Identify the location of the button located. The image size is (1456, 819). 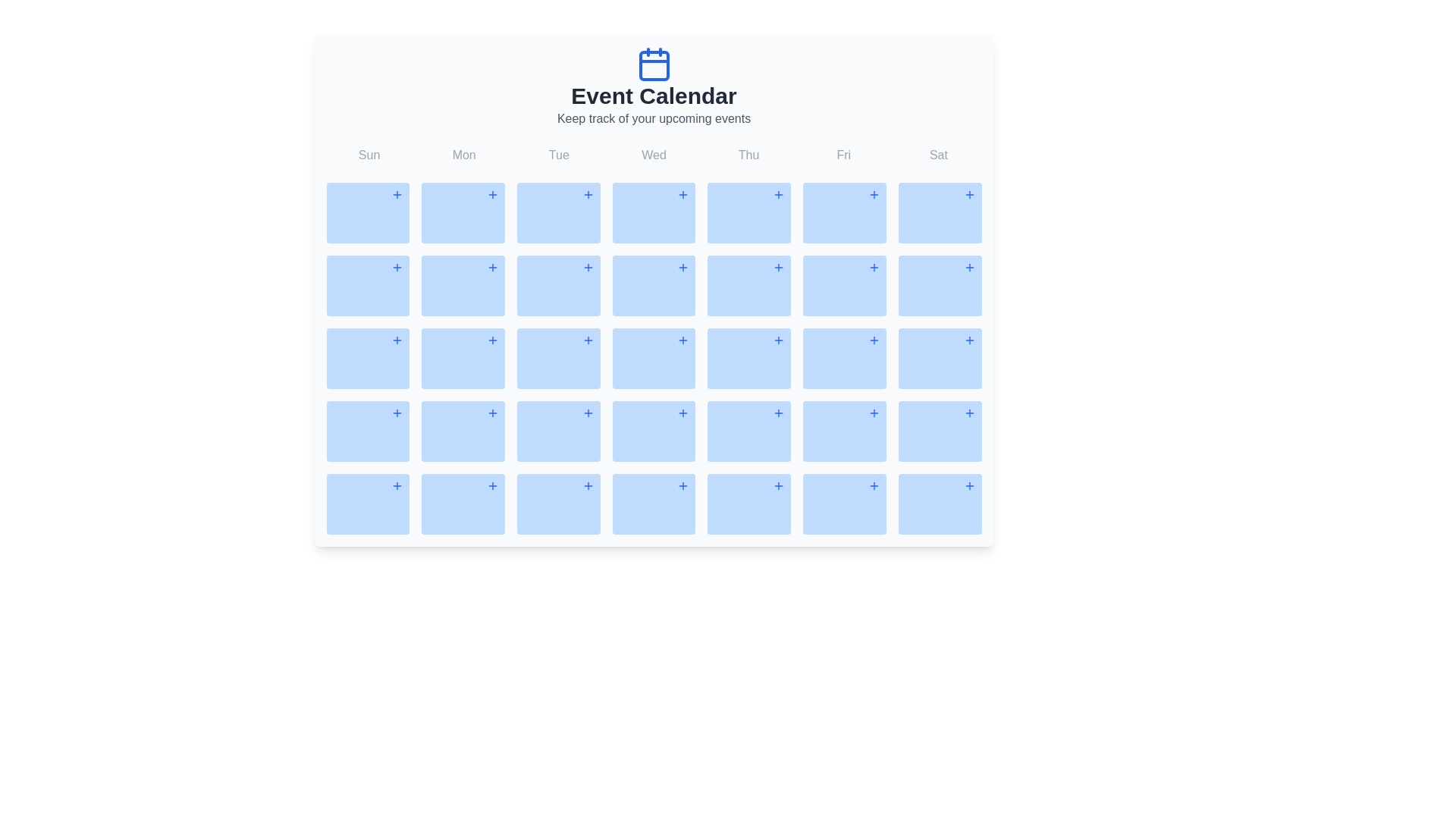
(587, 194).